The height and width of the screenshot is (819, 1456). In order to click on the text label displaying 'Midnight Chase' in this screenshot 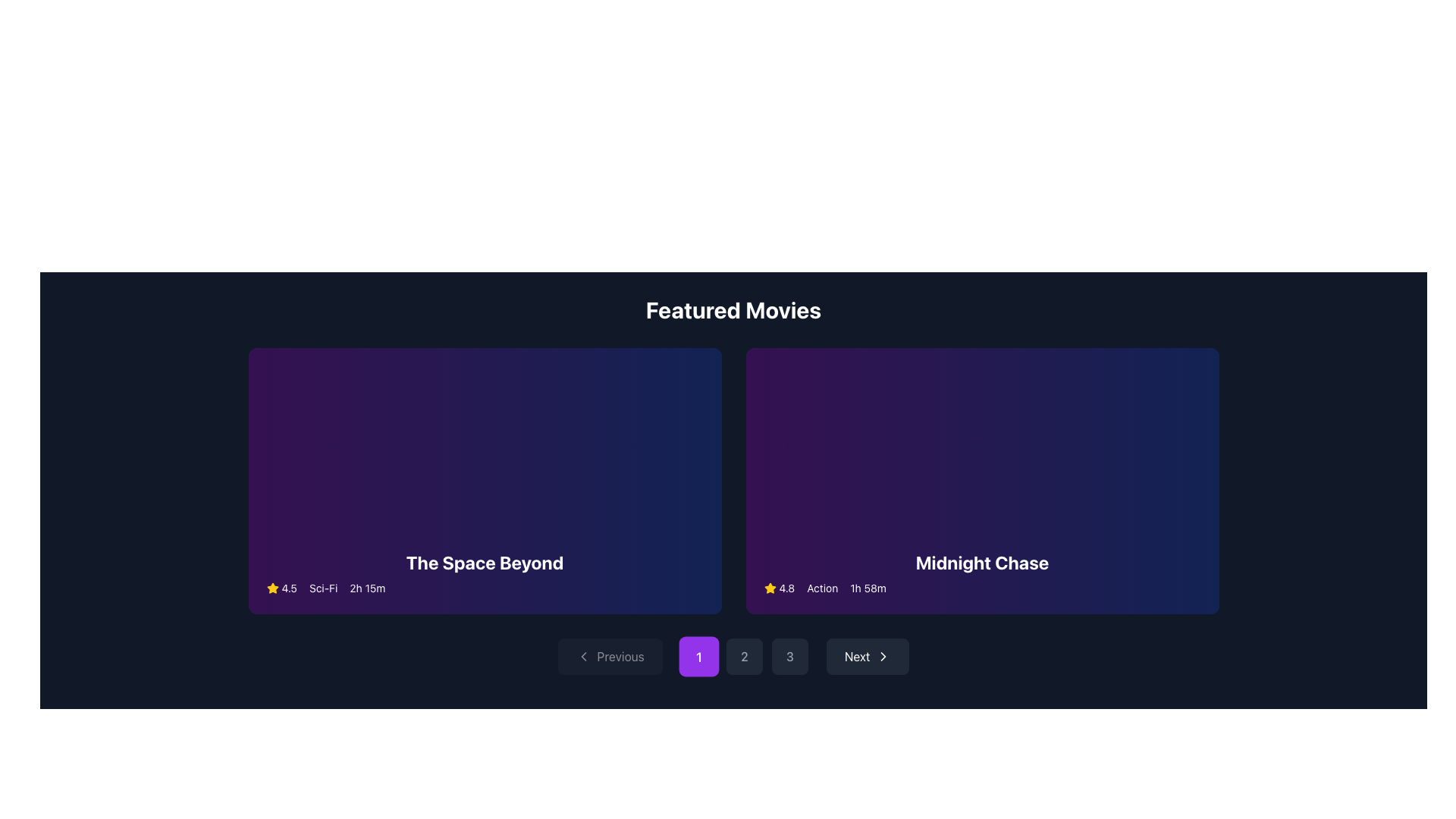, I will do `click(982, 562)`.